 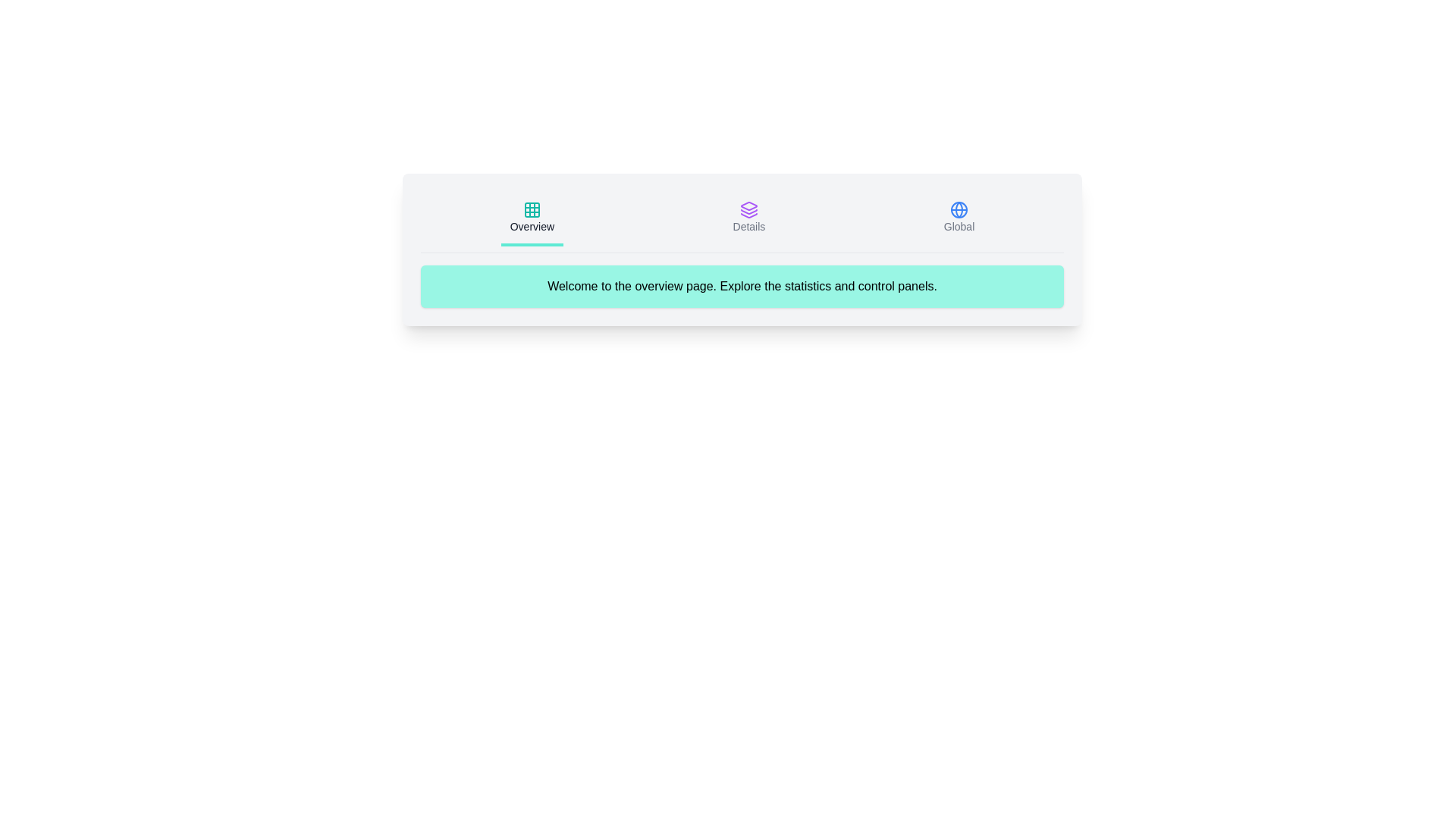 I want to click on the icon corresponding to Details, so click(x=748, y=219).